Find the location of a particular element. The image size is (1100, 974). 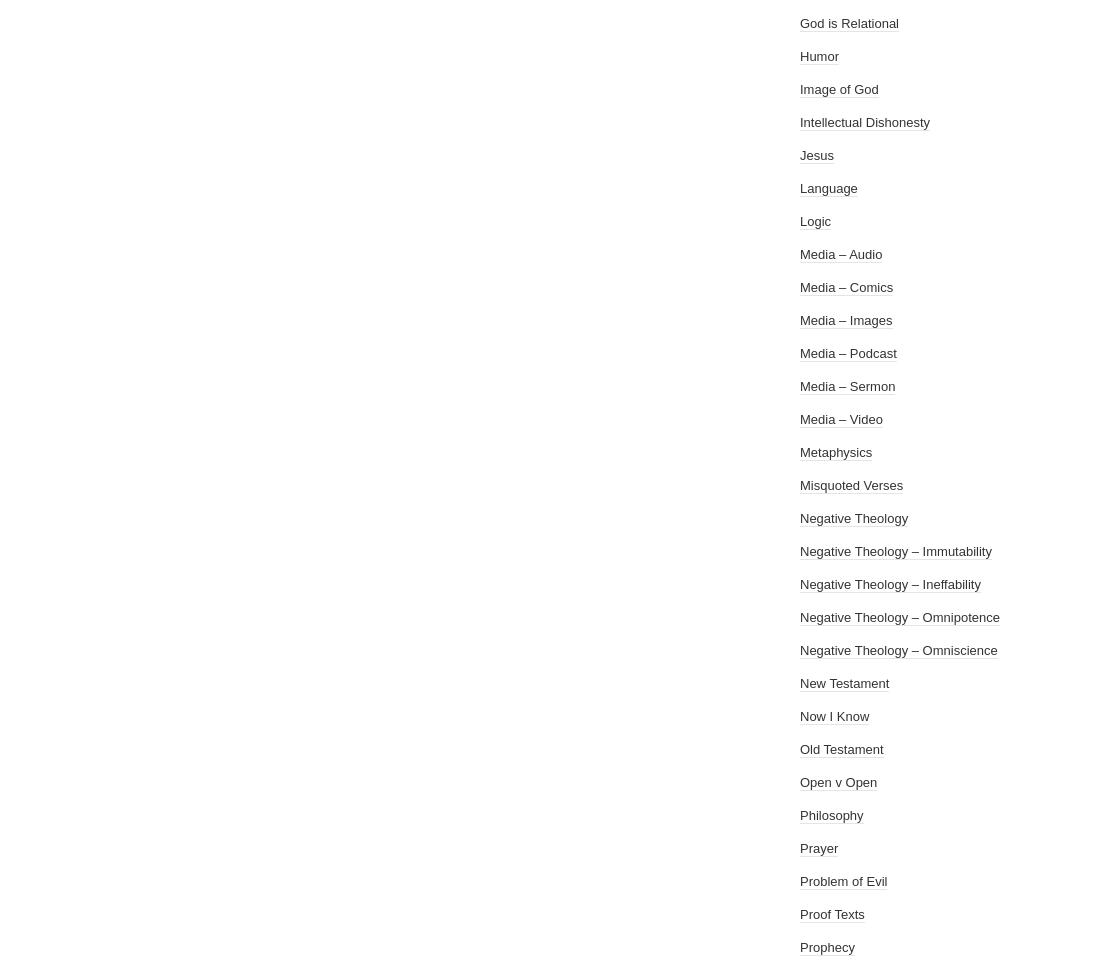

'Metaphysics' is located at coordinates (800, 451).